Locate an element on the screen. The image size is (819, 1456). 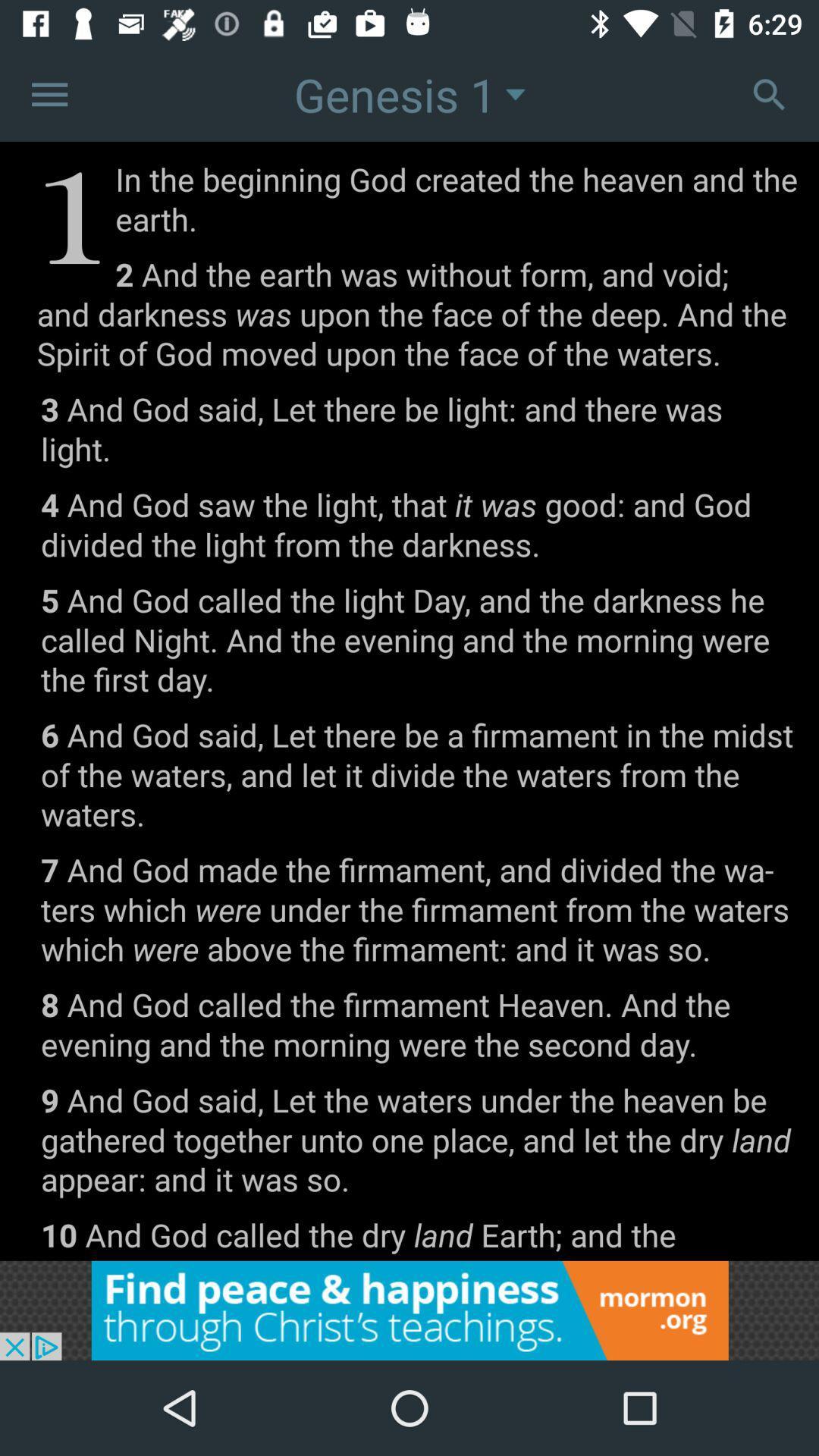
the search icon is located at coordinates (769, 93).